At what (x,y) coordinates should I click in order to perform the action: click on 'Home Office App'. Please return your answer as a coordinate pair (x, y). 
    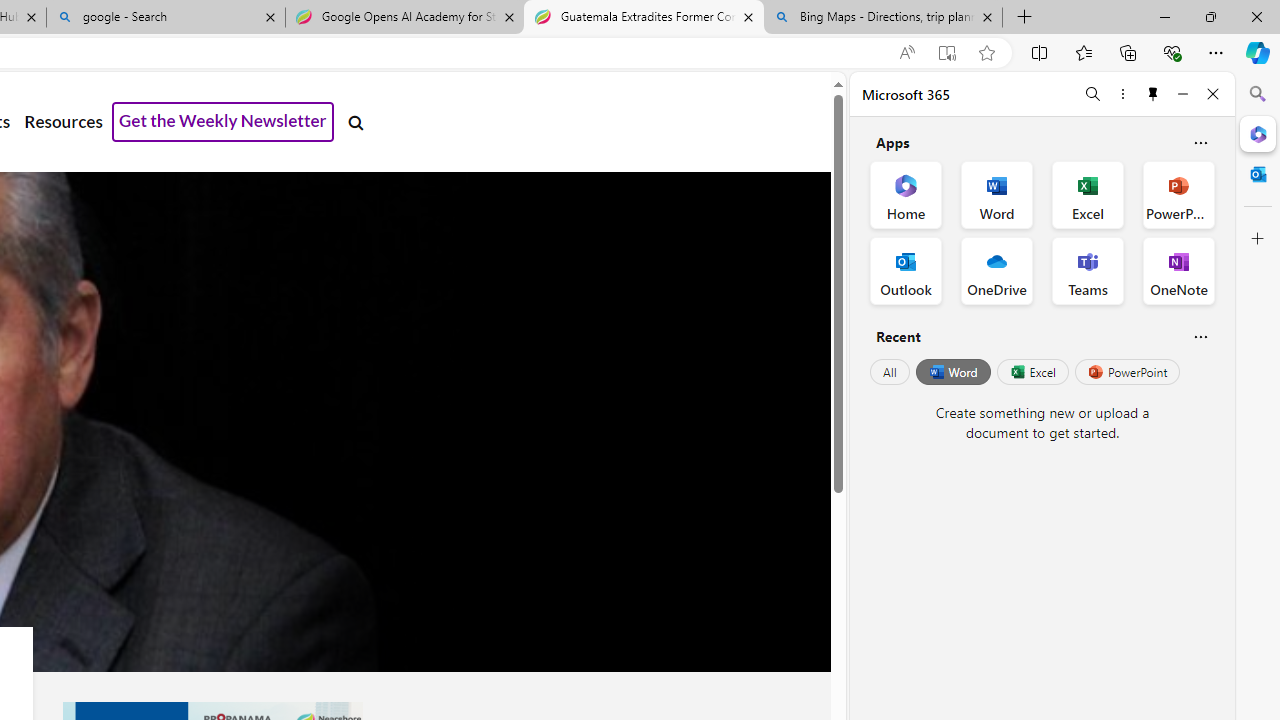
    Looking at the image, I should click on (905, 195).